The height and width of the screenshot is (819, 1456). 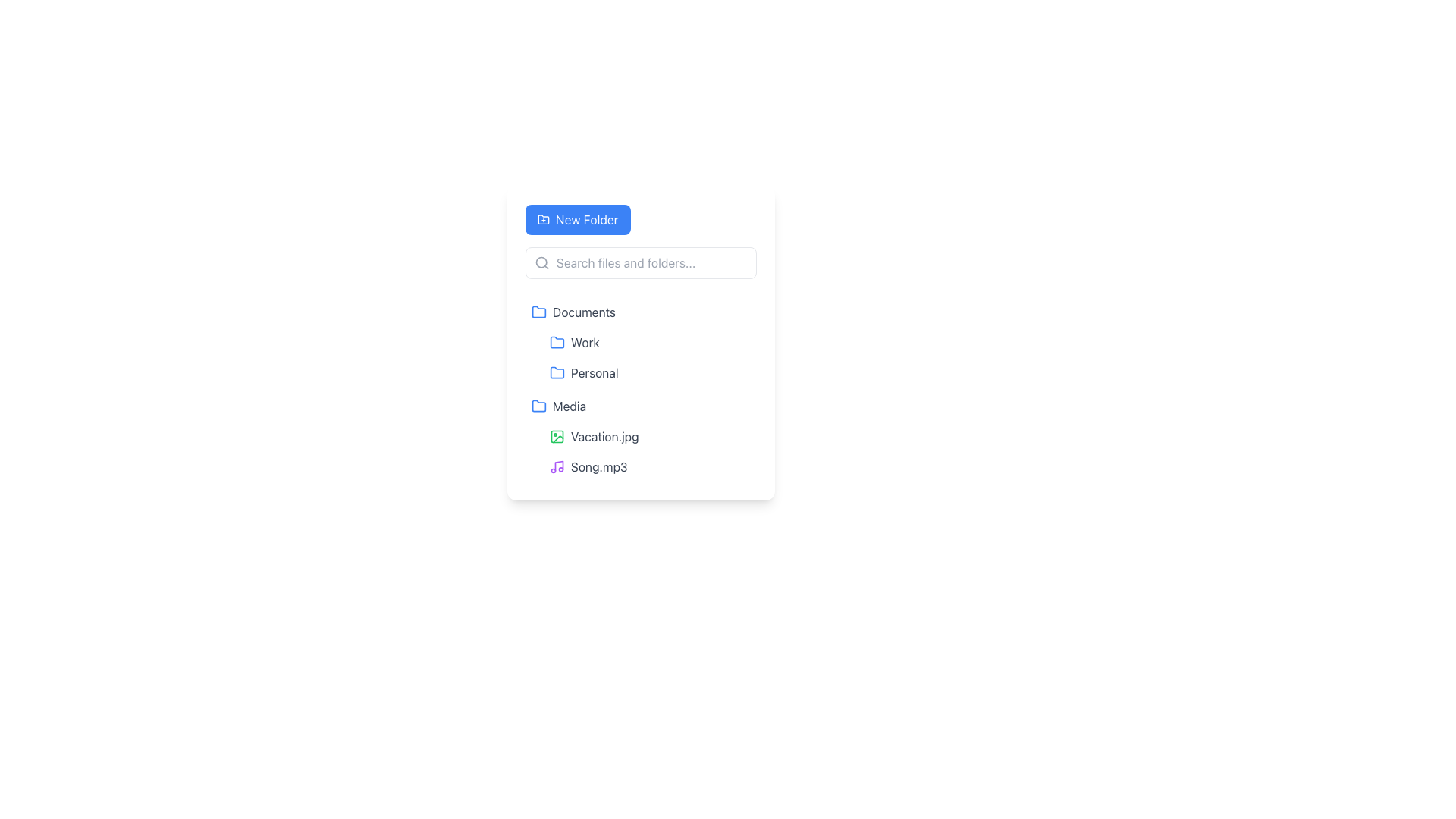 What do you see at coordinates (598, 466) in the screenshot?
I see `the static text label displaying 'Song.mp3' in the file browser interface, which is styled in gray and is the fourth item under the 'Media' folder` at bounding box center [598, 466].